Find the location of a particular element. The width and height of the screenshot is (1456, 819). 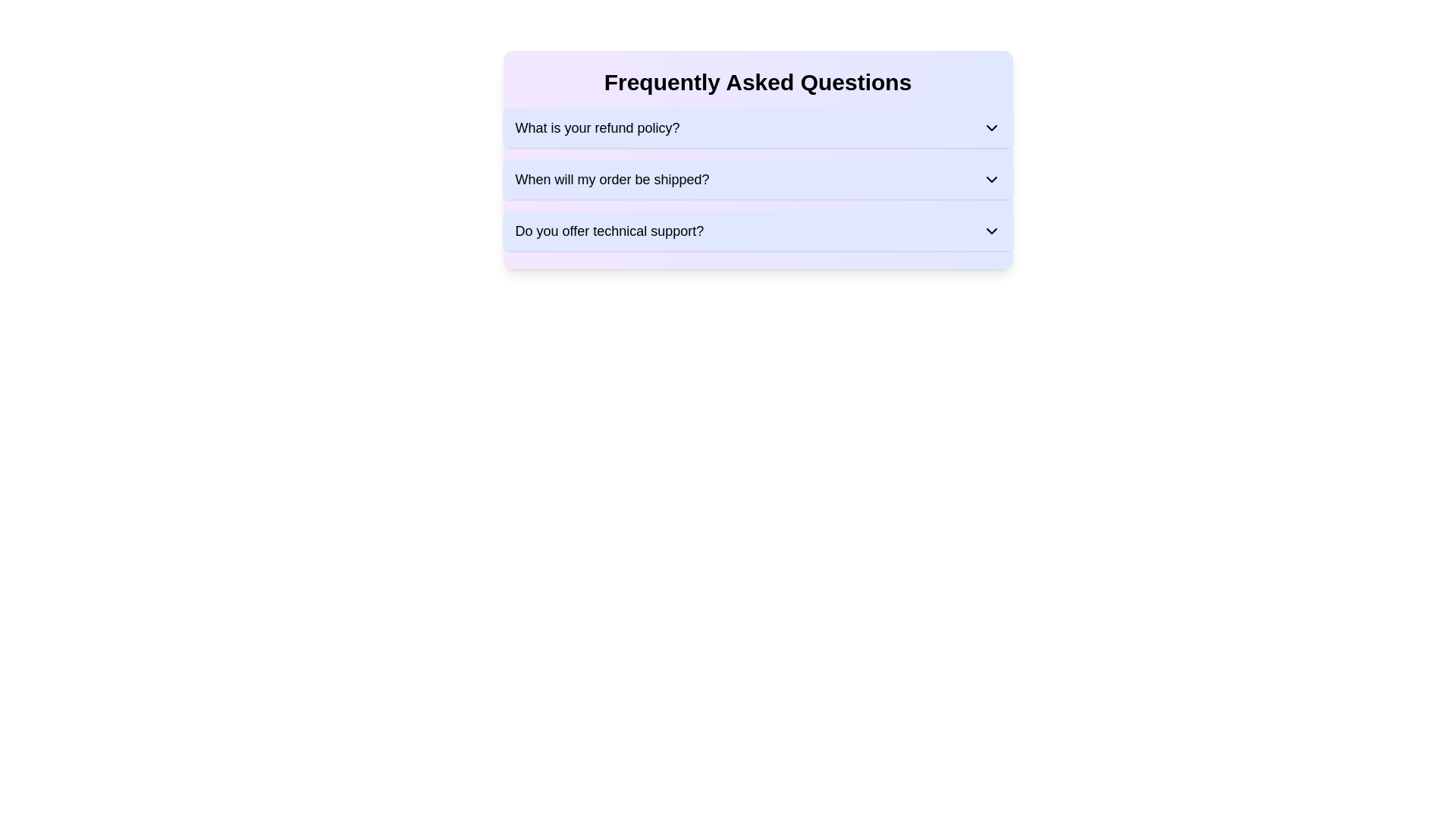

the chevron-down icon located to the far-right of the FAQ row beneath 'When will my order be shipped?' is located at coordinates (991, 178).